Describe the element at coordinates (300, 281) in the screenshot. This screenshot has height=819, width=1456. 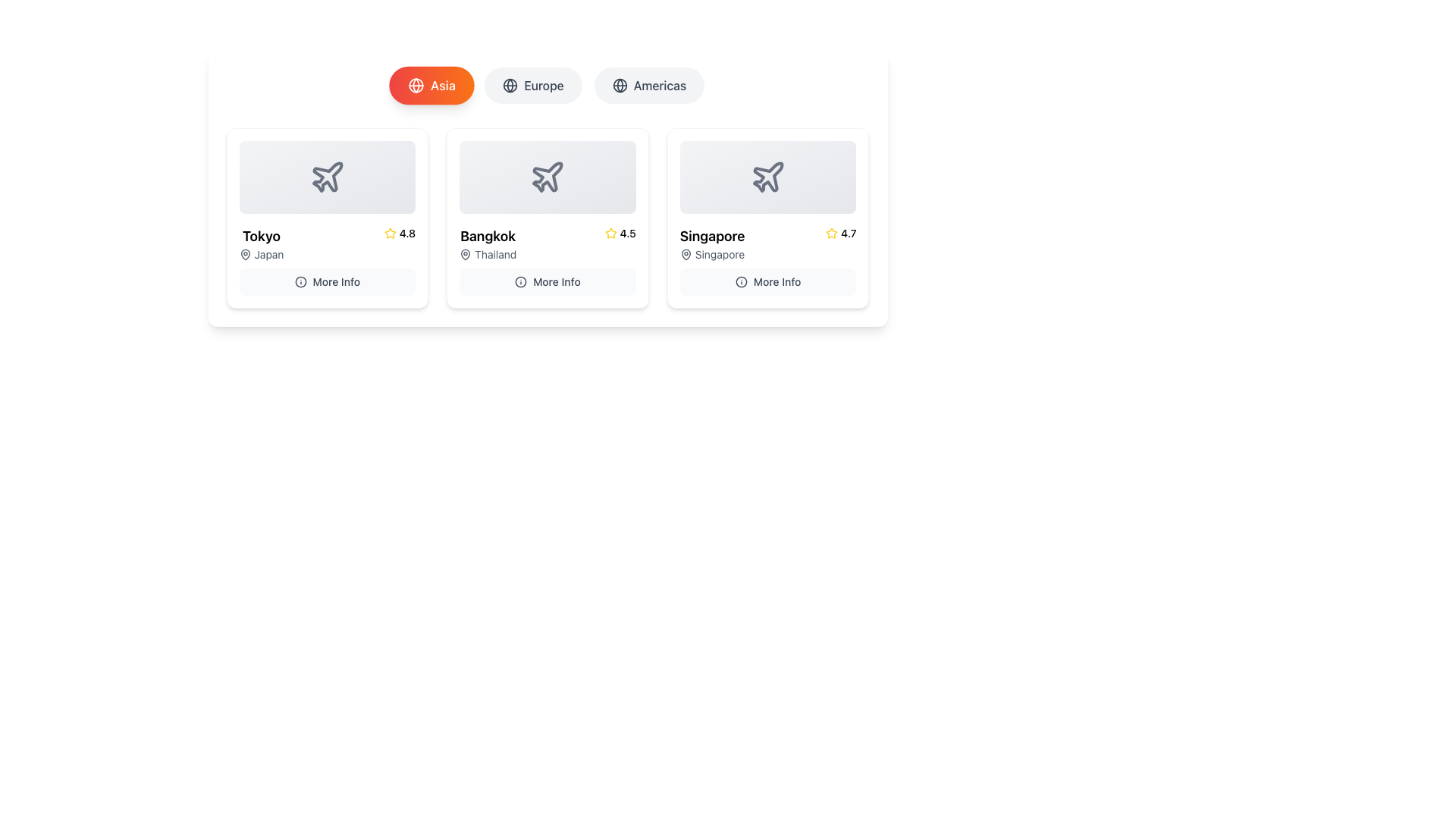
I see `the circular 'More Info' icon with a lowercase 'i' in the center, located in the first card of the 'Asia' section associated with Tokyo` at that location.